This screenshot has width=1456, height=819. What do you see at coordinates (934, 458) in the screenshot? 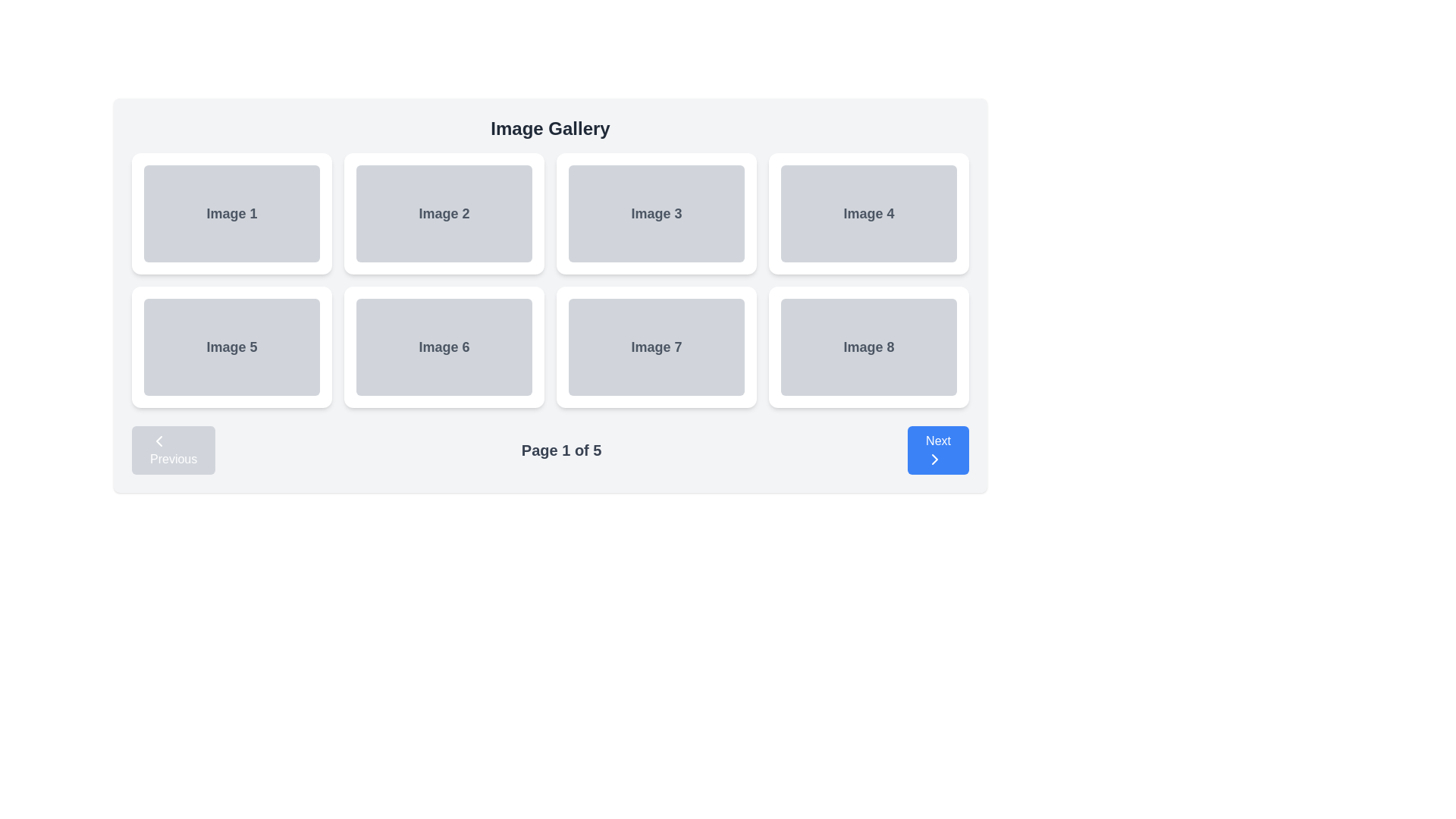
I see `the right-pointing chevron arrow SVG icon located at the bottom-right corner of the 'Next' button to interact with it` at bounding box center [934, 458].